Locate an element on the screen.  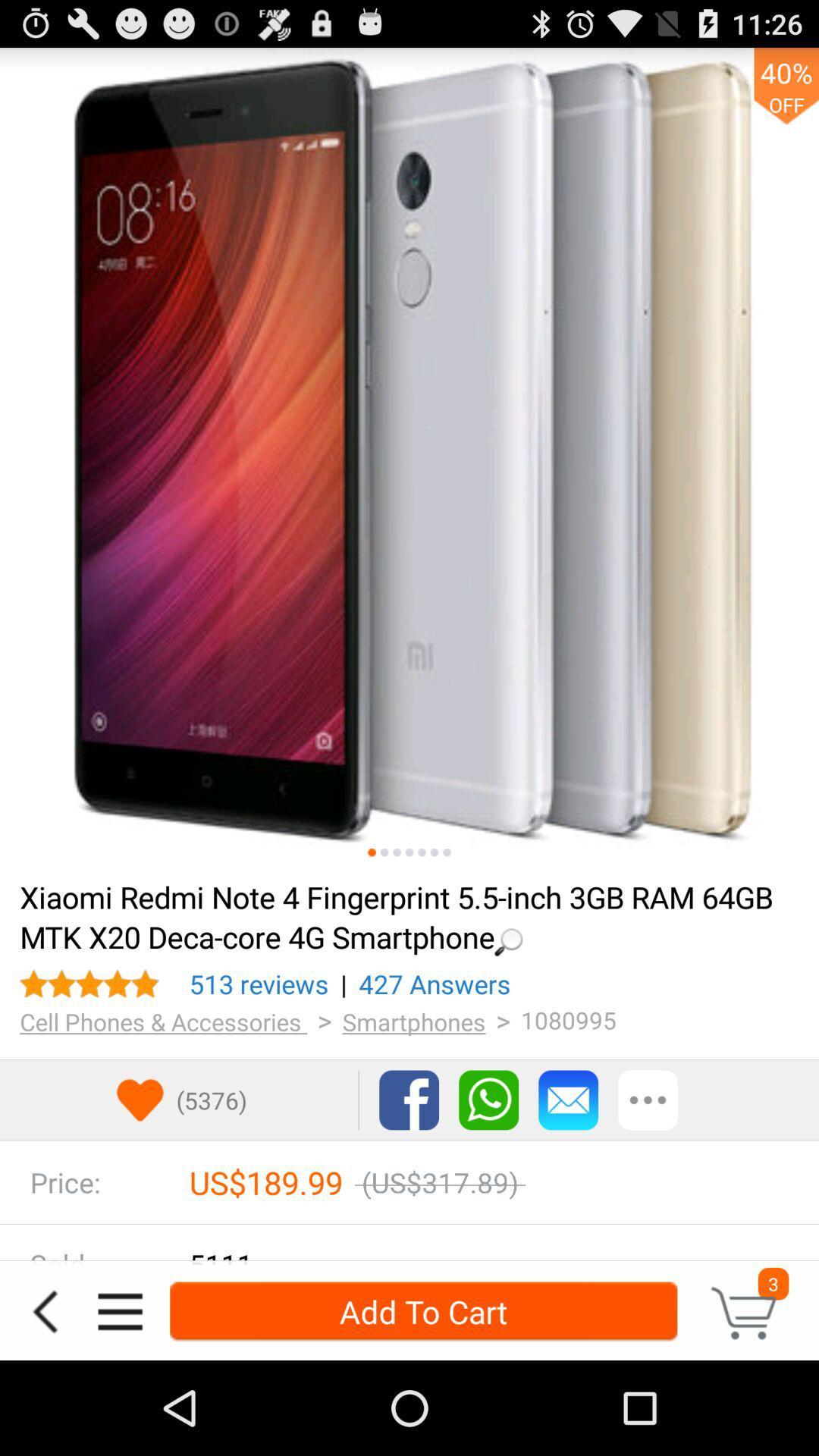
slide to next image is located at coordinates (383, 852).